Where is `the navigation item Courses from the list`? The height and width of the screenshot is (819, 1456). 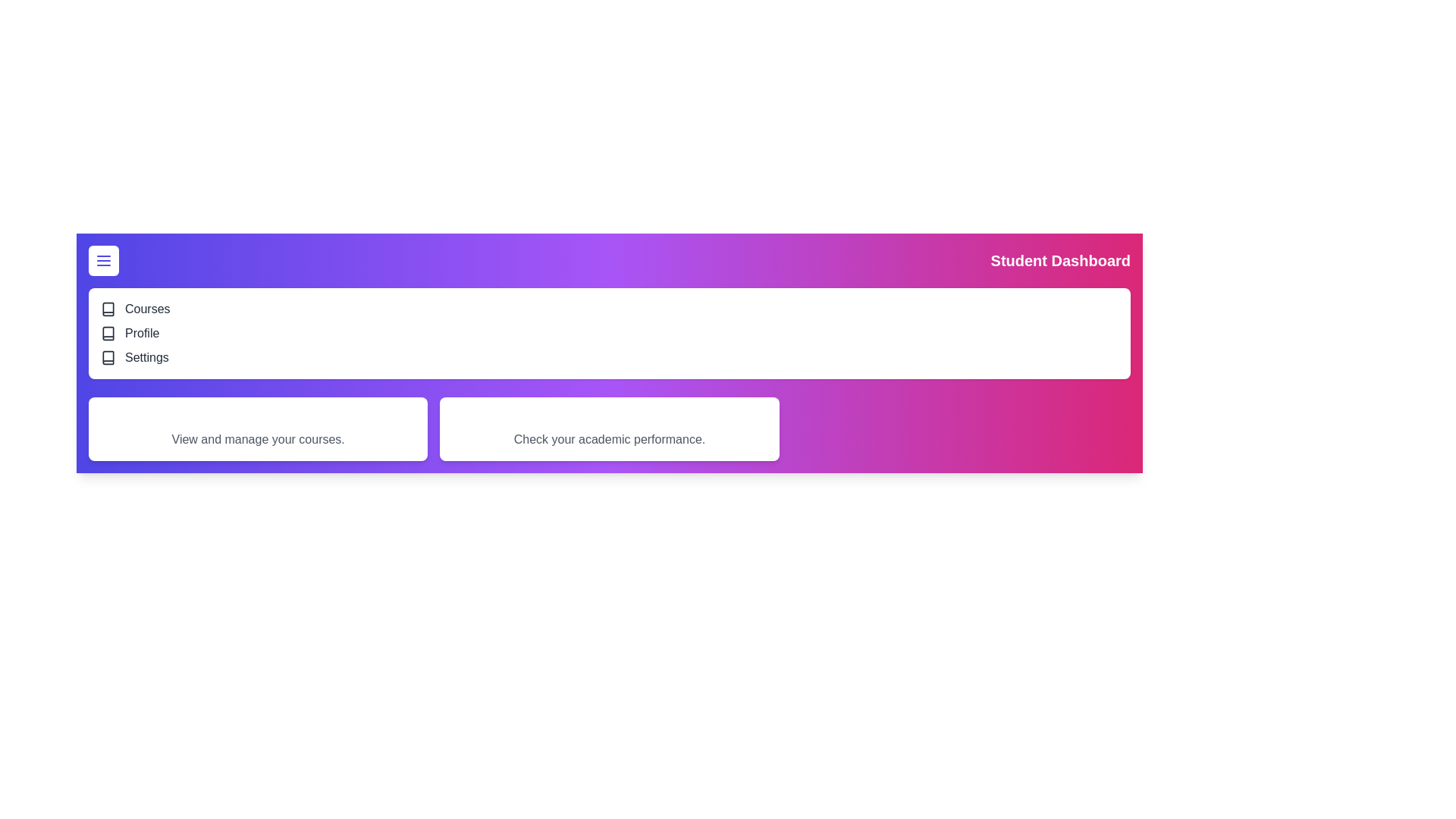 the navigation item Courses from the list is located at coordinates (112, 303).